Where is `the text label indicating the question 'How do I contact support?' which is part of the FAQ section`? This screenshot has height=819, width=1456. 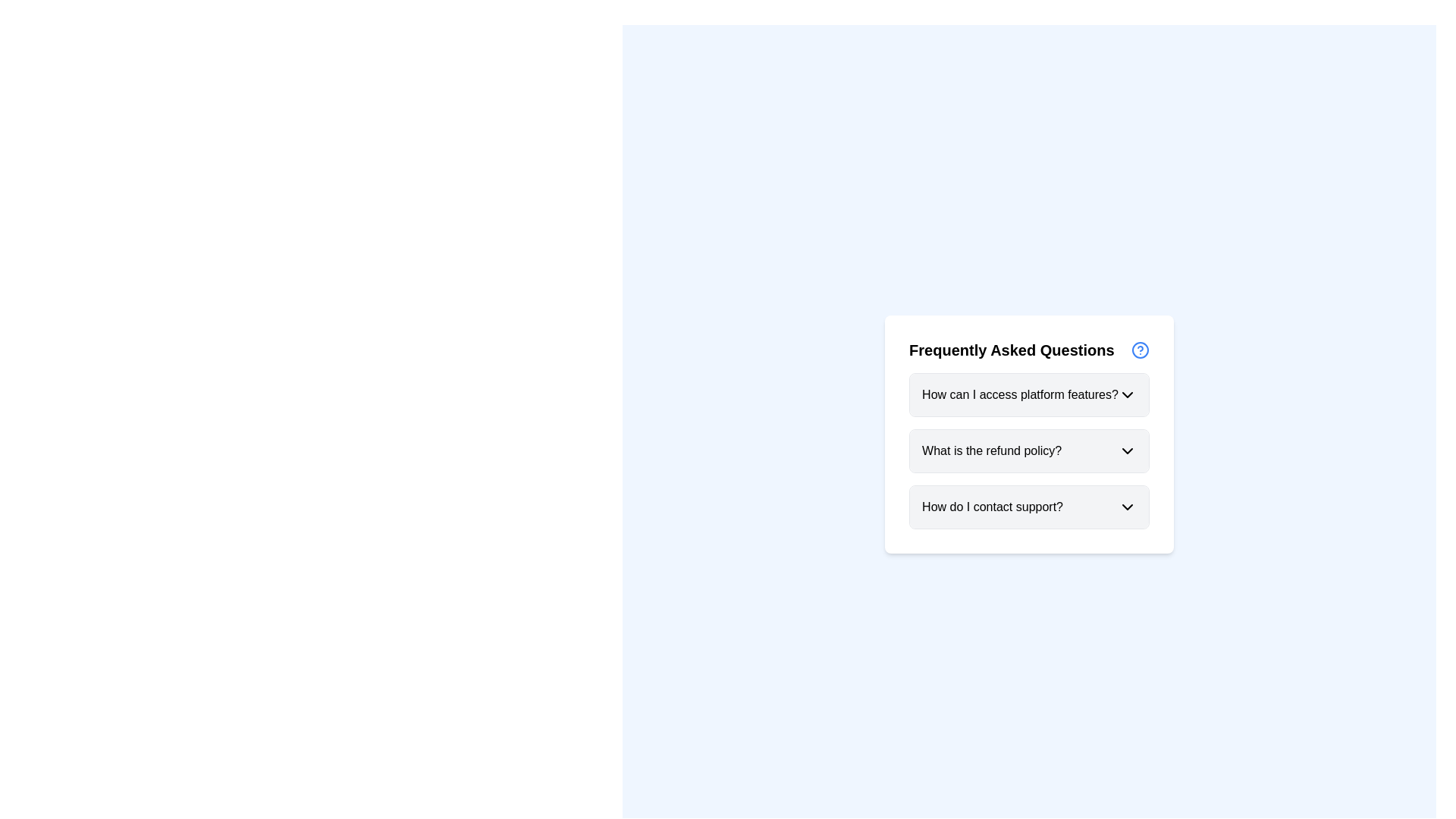
the text label indicating the question 'How do I contact support?' which is part of the FAQ section is located at coordinates (993, 507).